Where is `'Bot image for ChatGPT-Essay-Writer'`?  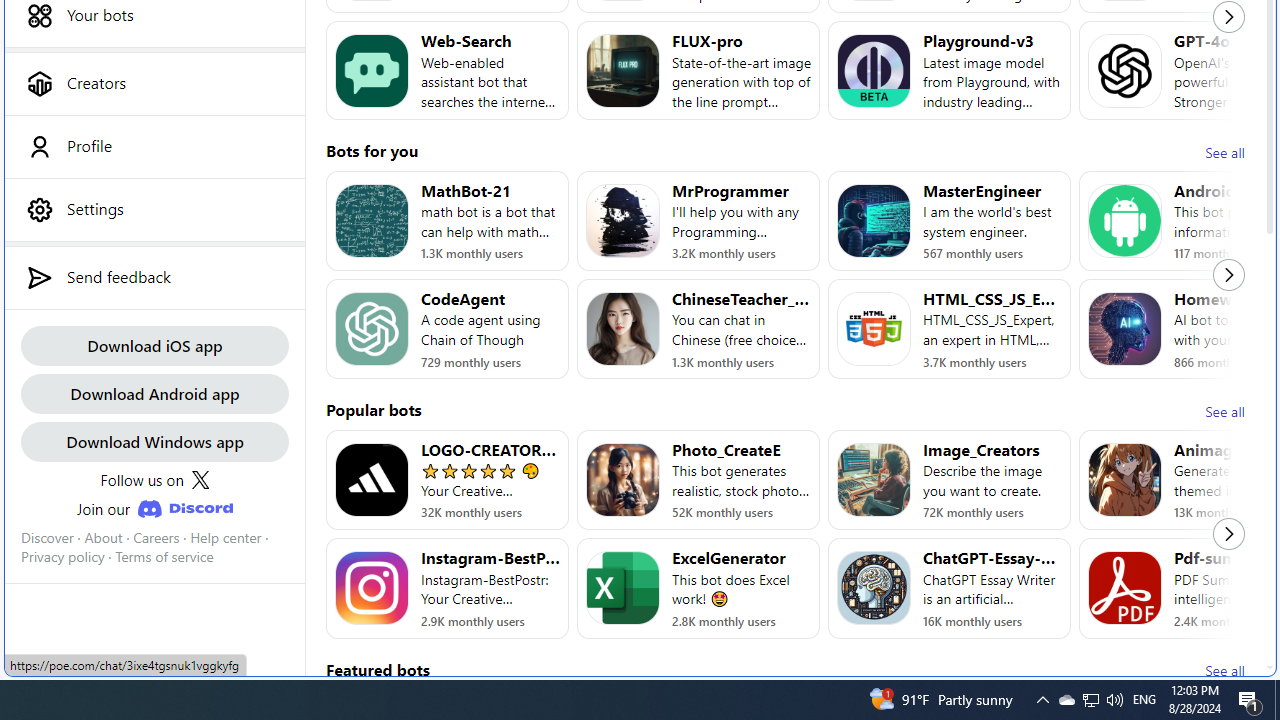 'Bot image for ChatGPT-Essay-Writer' is located at coordinates (874, 587).